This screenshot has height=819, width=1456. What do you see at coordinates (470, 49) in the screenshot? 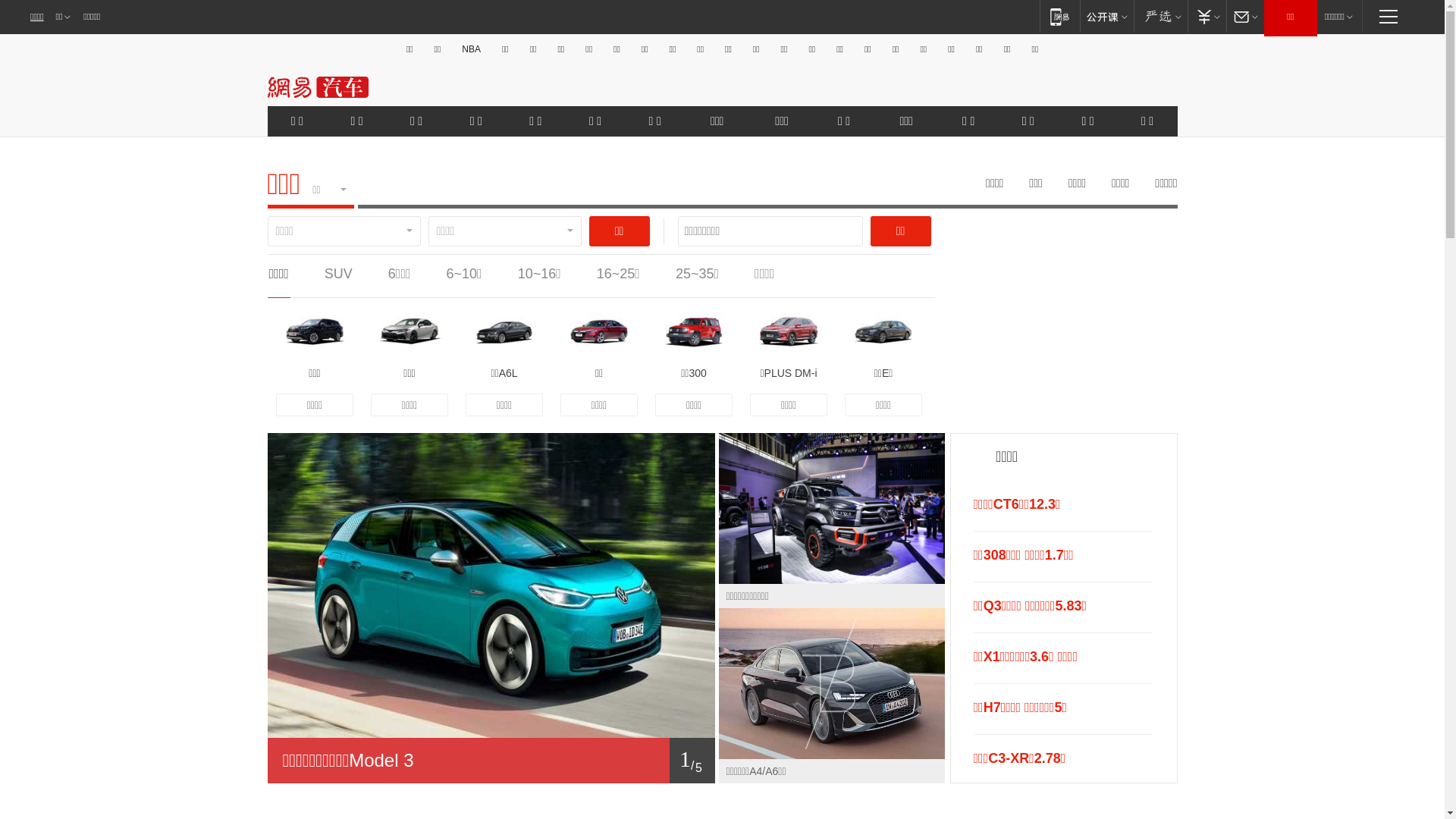
I see `'NBA'` at bounding box center [470, 49].